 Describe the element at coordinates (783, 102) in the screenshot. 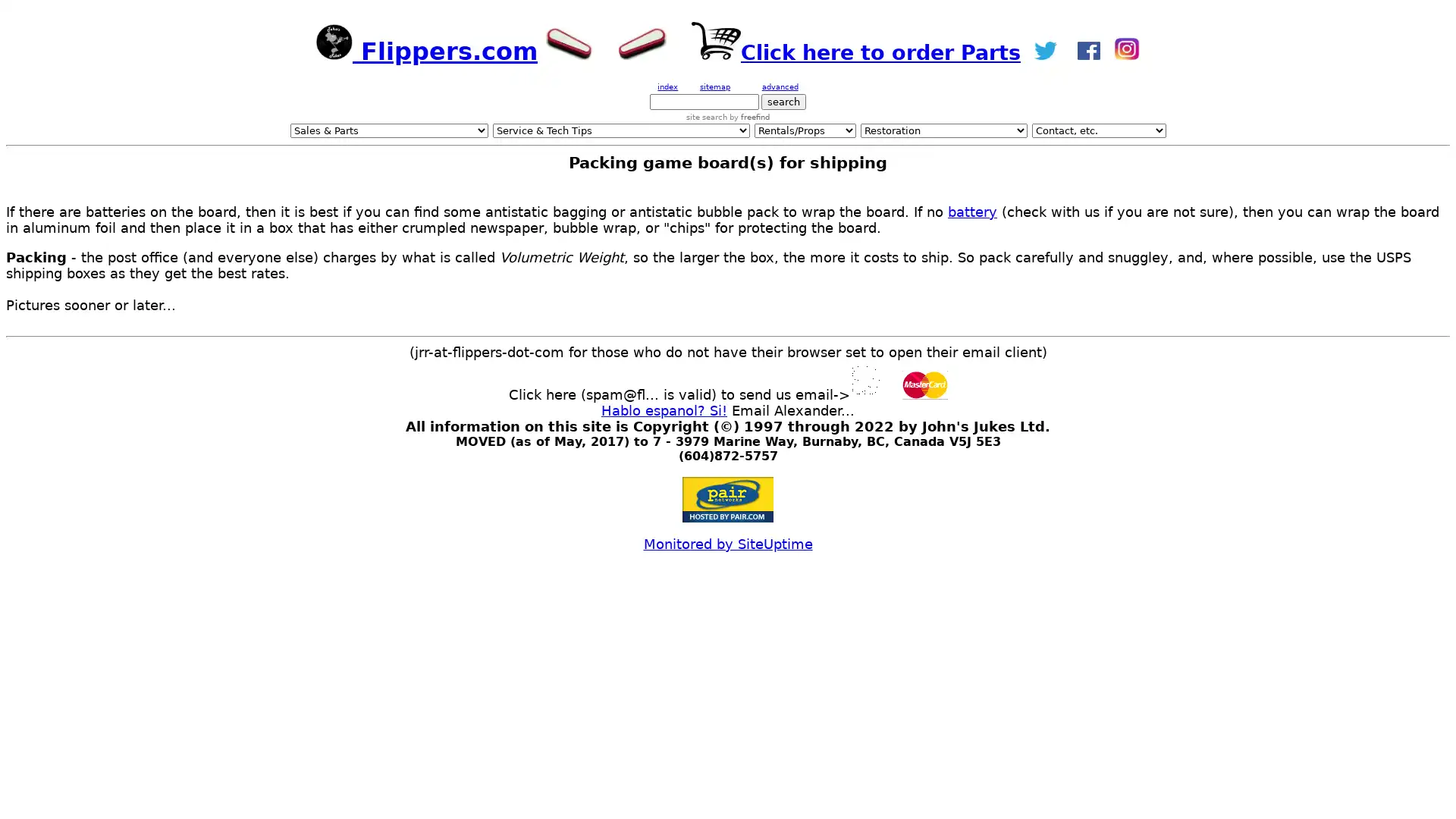

I see `search` at that location.